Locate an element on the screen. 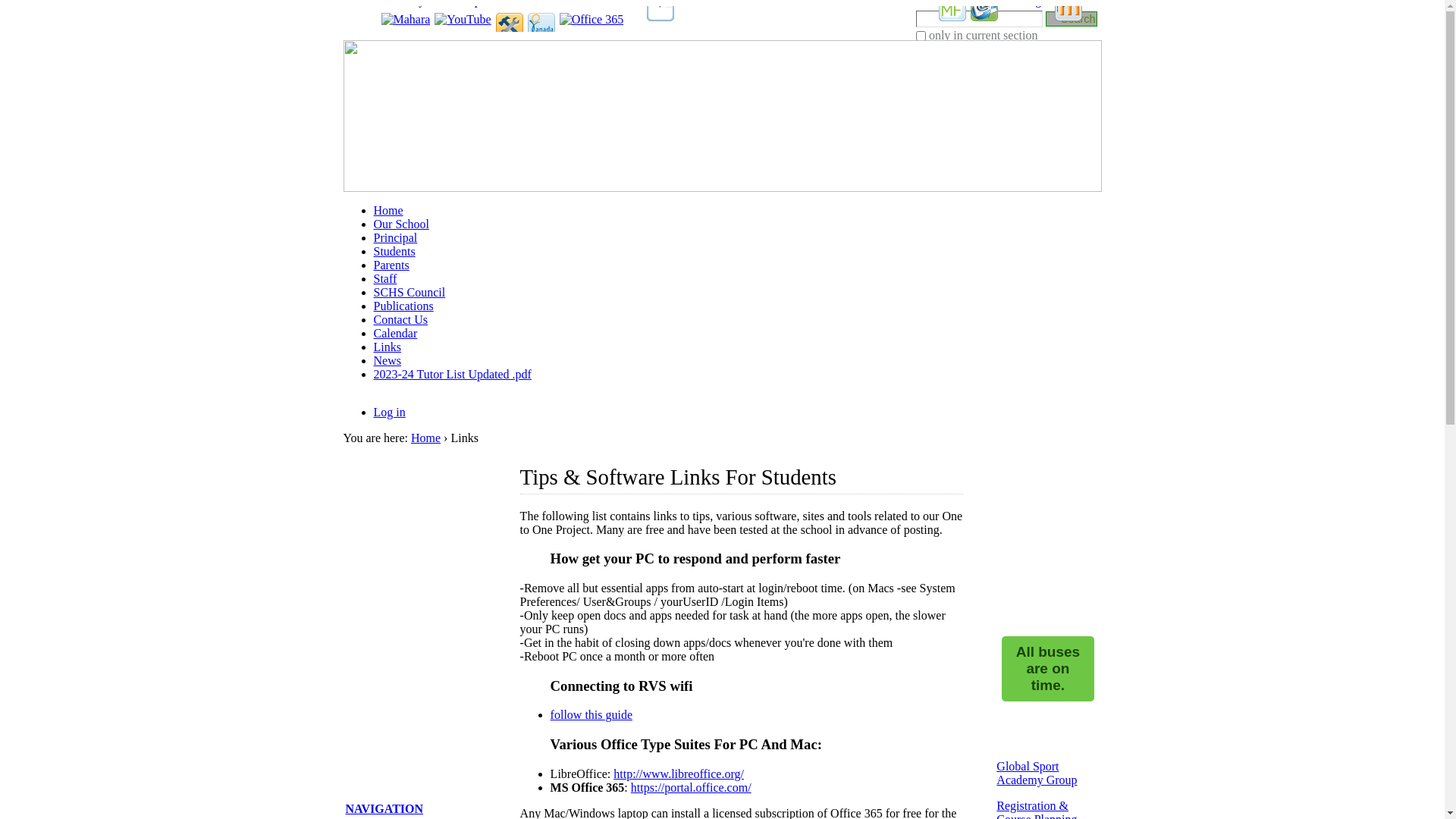  'Mahara' is located at coordinates (405, 19).